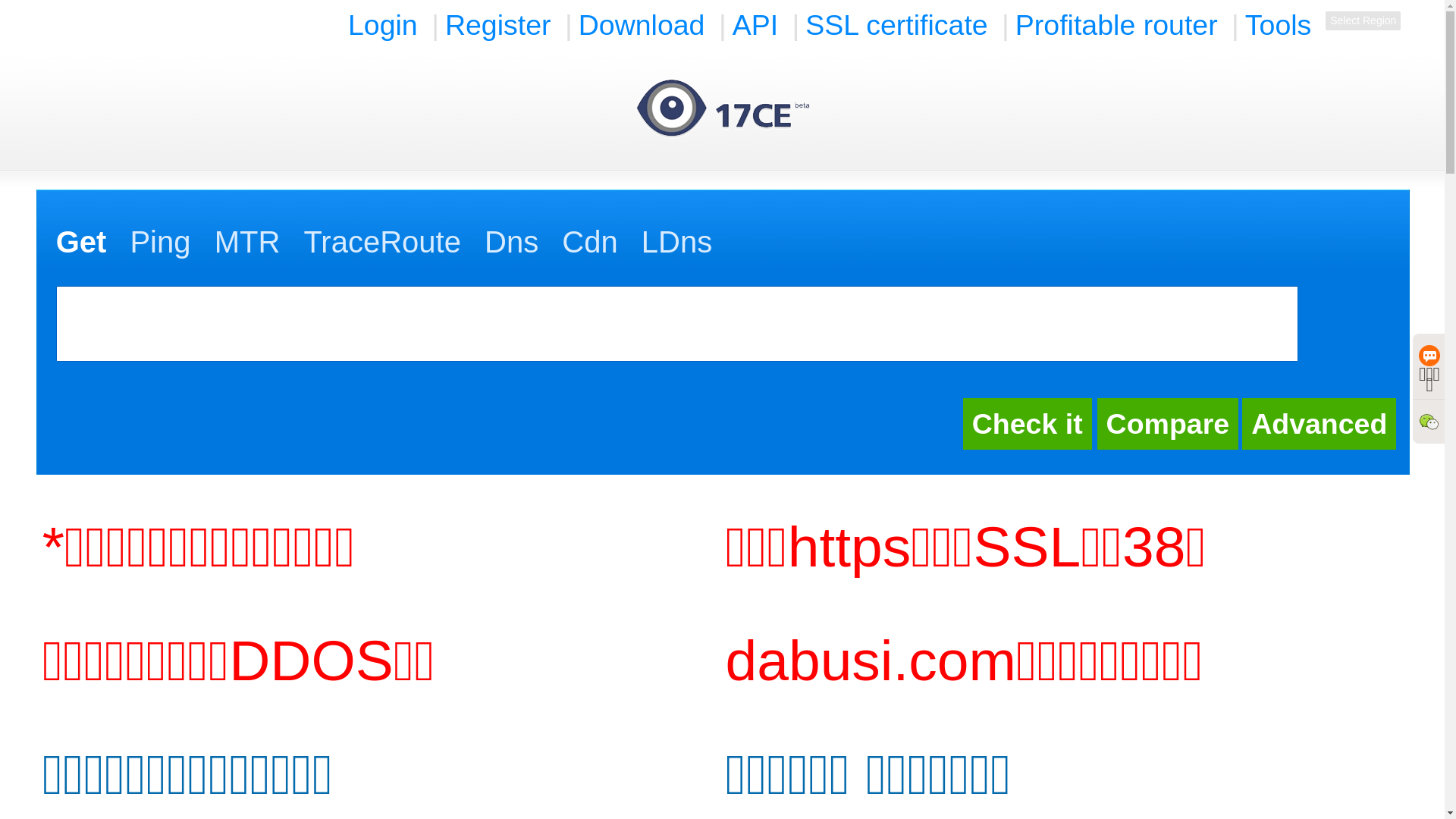 This screenshot has height=819, width=1456. I want to click on 'Tools', so click(1277, 25).